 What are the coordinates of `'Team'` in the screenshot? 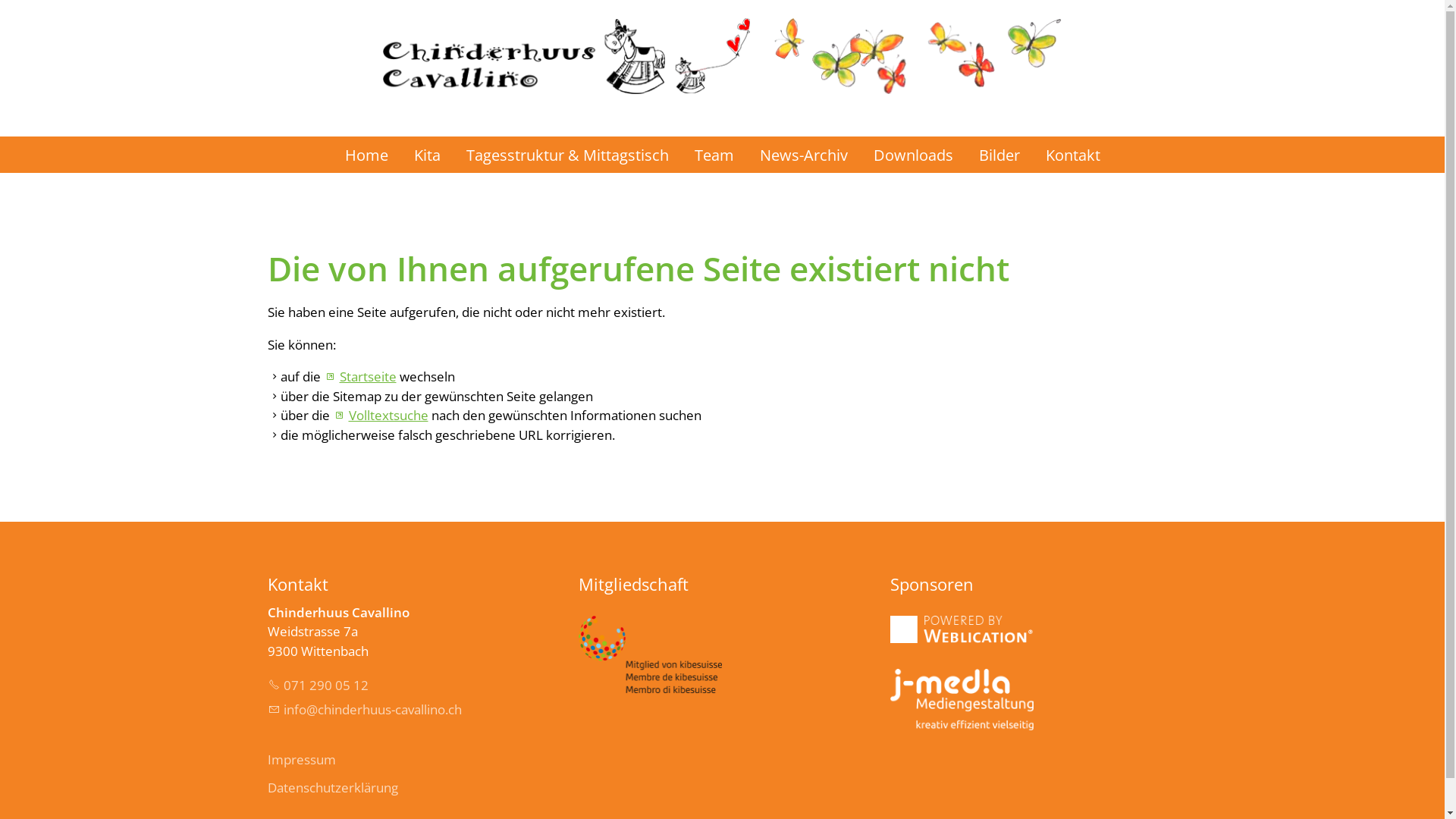 It's located at (712, 155).